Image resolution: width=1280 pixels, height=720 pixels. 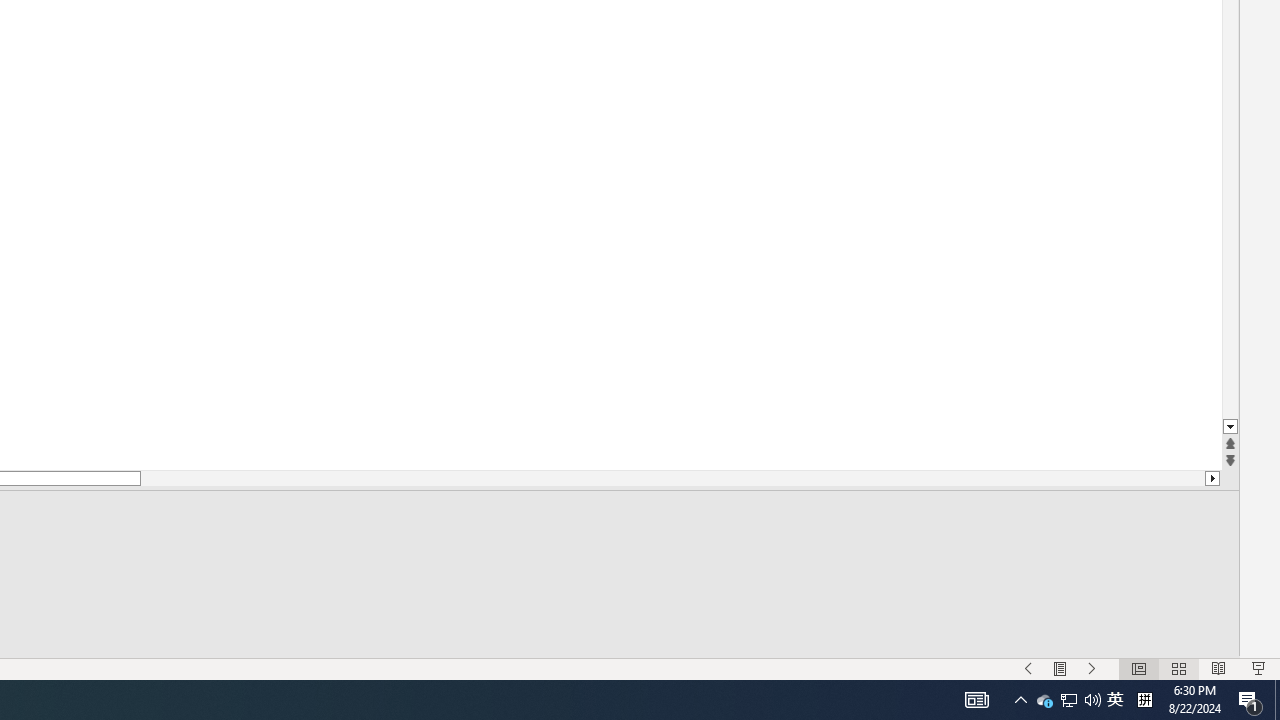 What do you see at coordinates (1091, 669) in the screenshot?
I see `'Slide Show Next On'` at bounding box center [1091, 669].